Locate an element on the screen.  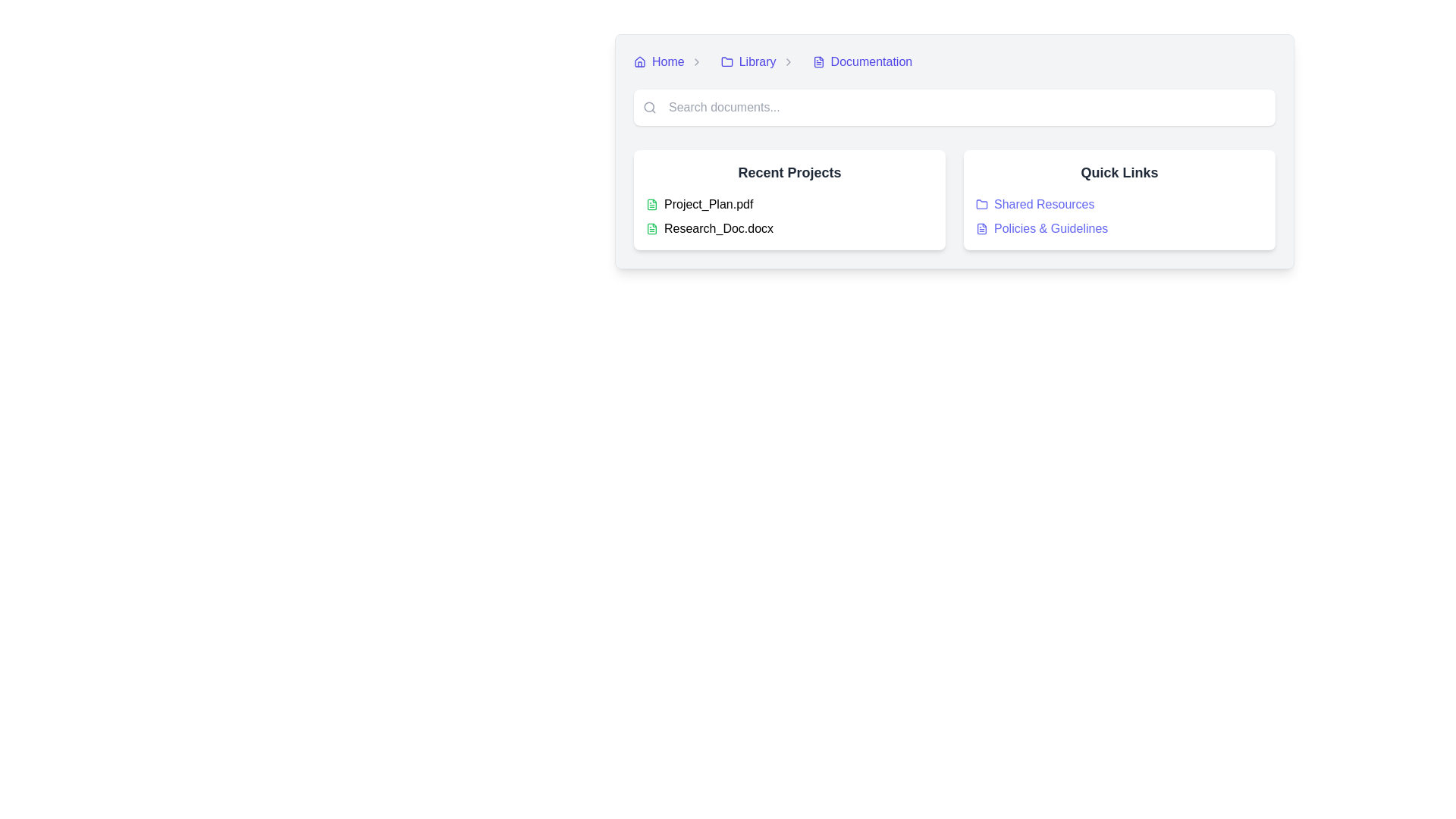
the Library section icon located in the breadcrumb navigation bar, which visually complements the 'Library' text is located at coordinates (726, 61).